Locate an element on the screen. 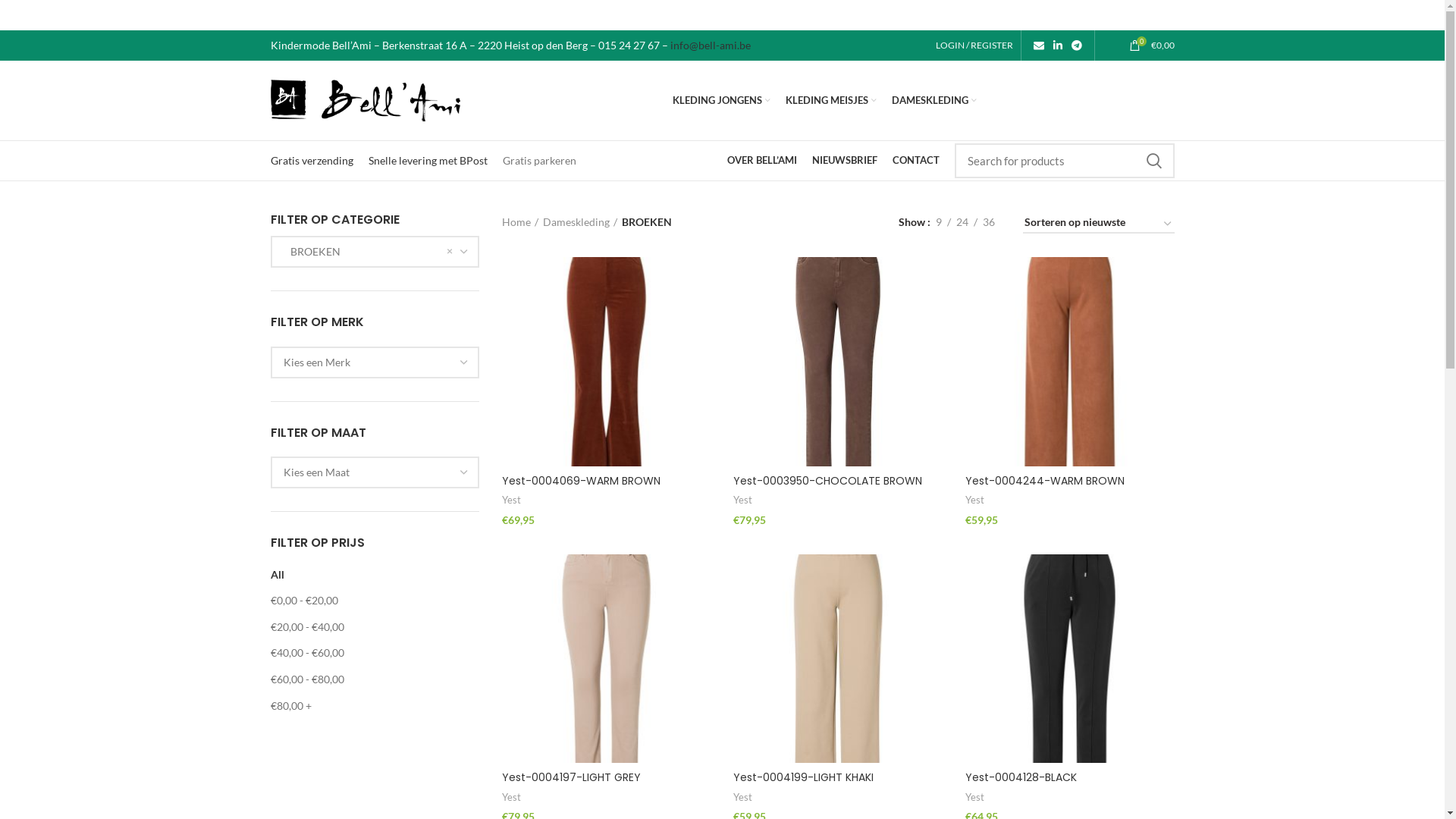  'Home' is located at coordinates (502, 222).